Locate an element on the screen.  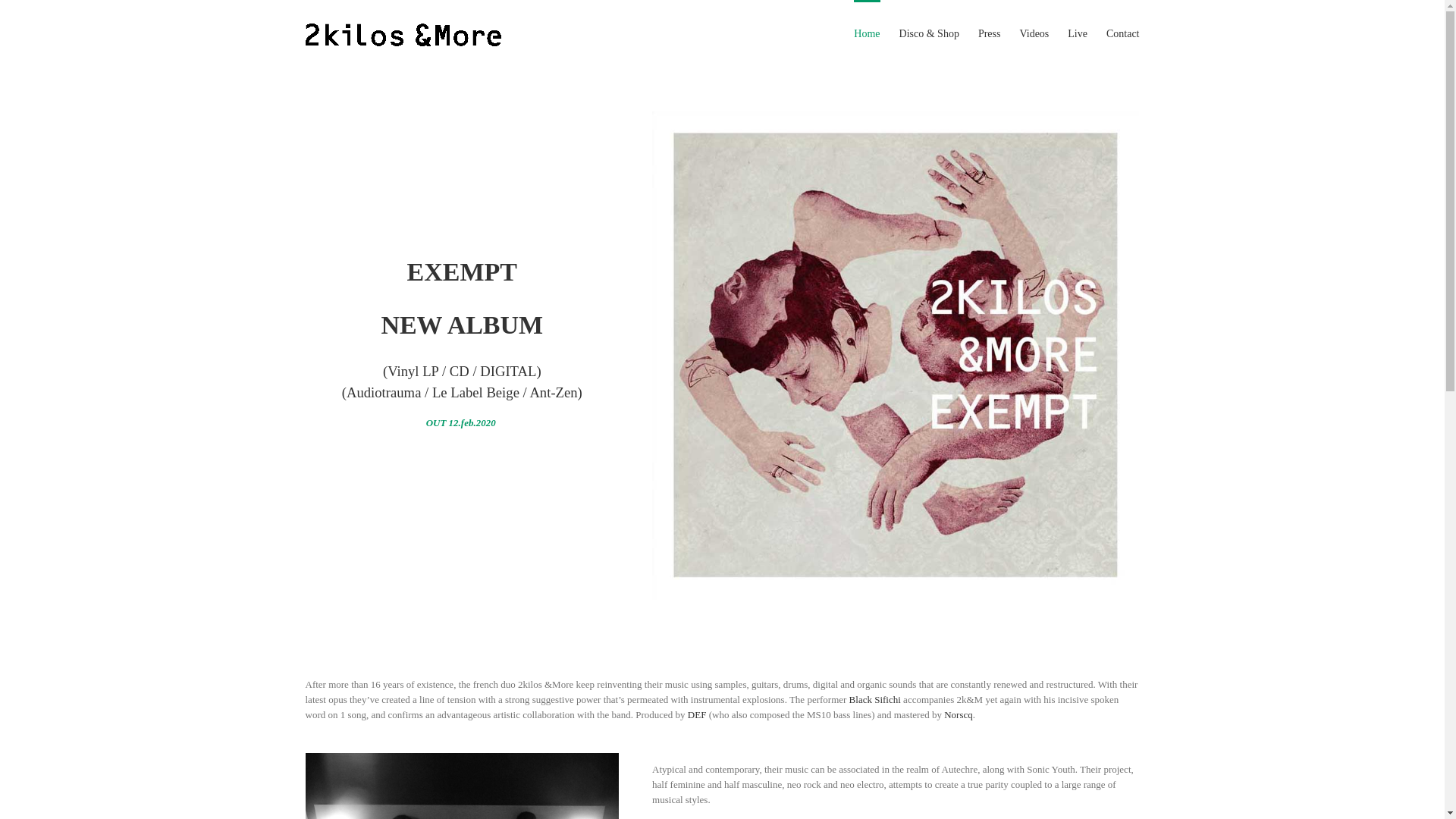
'Norscq' is located at coordinates (943, 714).